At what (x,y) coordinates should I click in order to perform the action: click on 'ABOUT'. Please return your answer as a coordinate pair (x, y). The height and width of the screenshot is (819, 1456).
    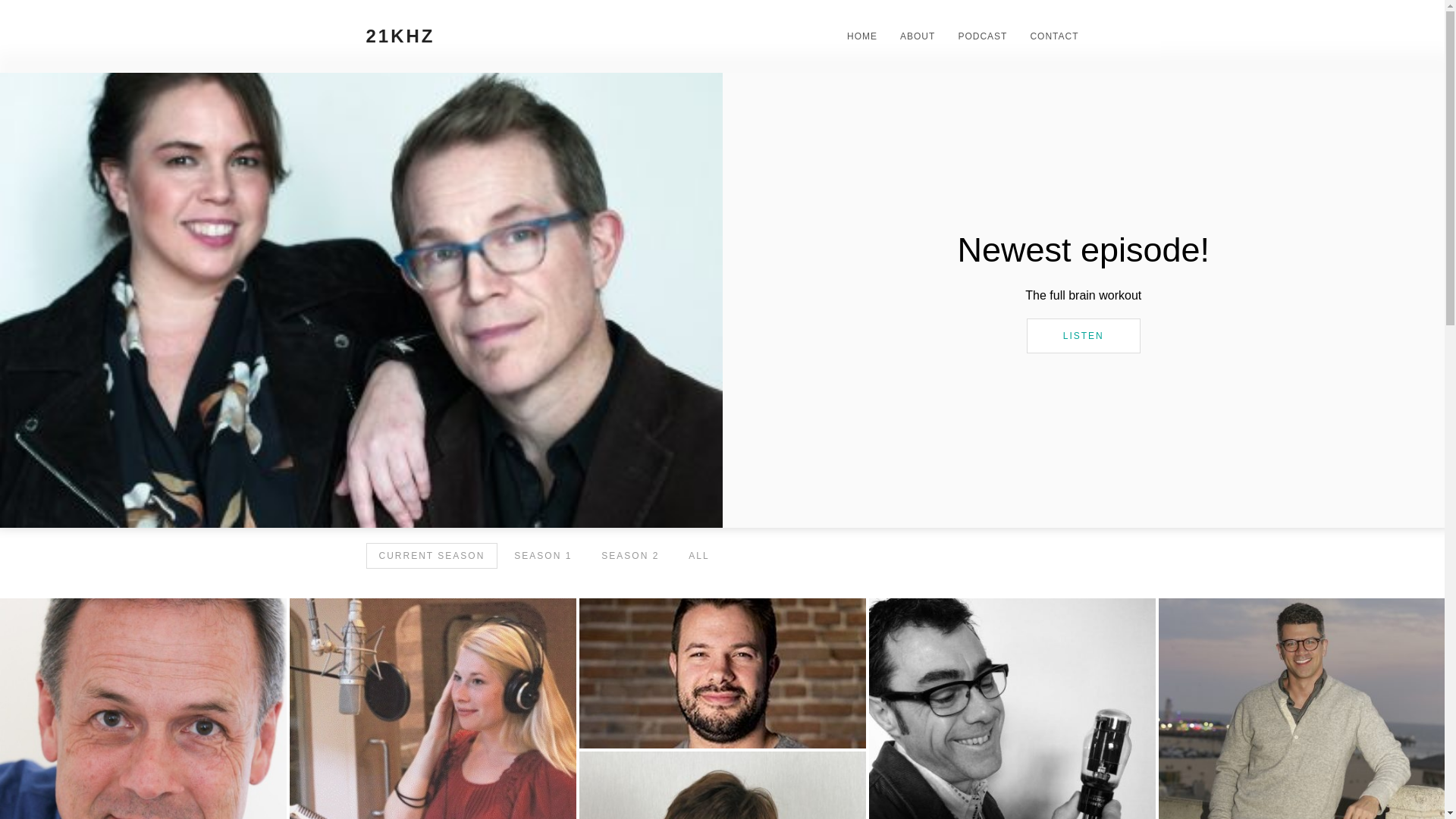
    Looking at the image, I should click on (911, 35).